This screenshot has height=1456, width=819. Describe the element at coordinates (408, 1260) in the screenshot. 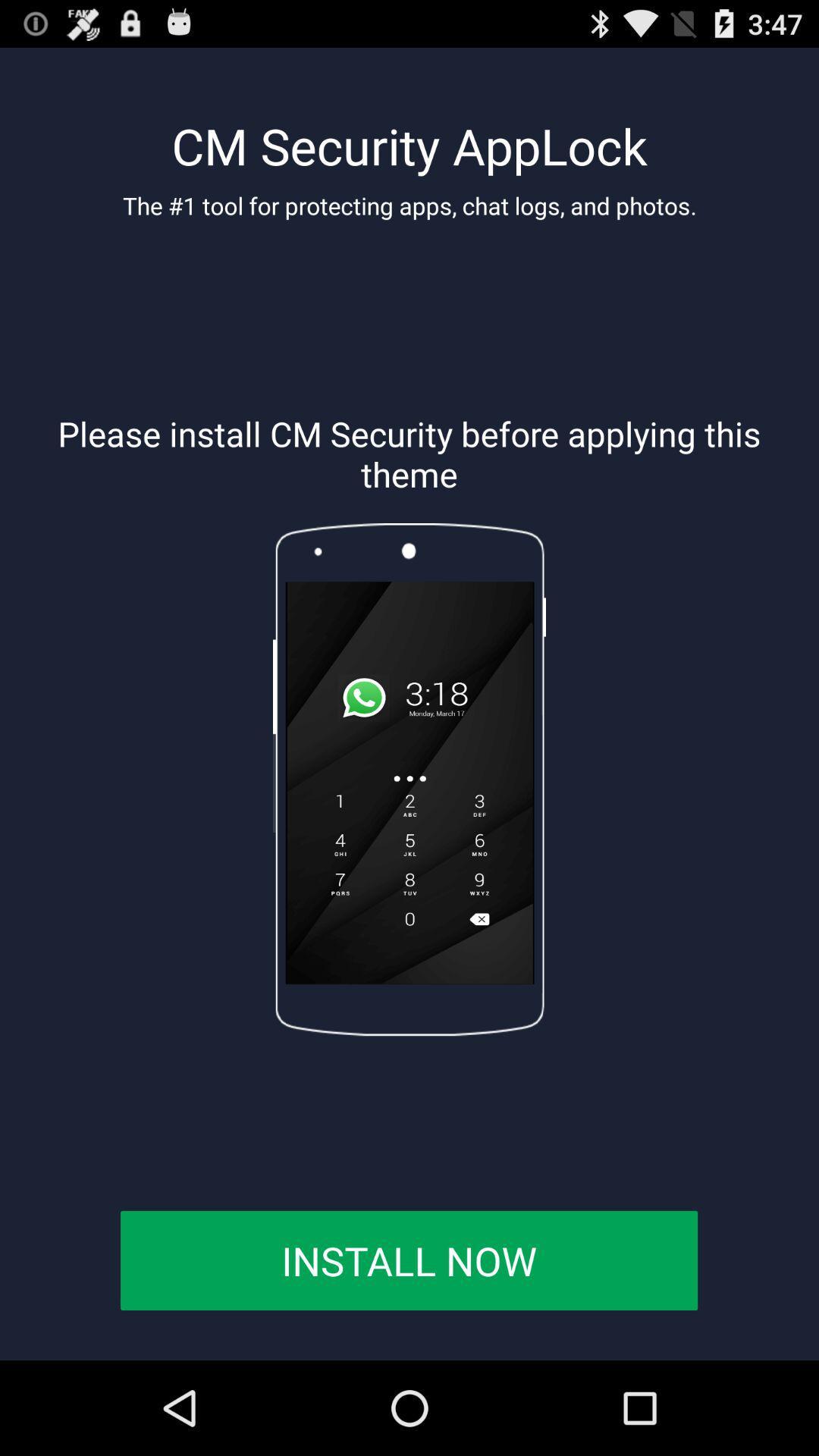

I see `install now` at that location.